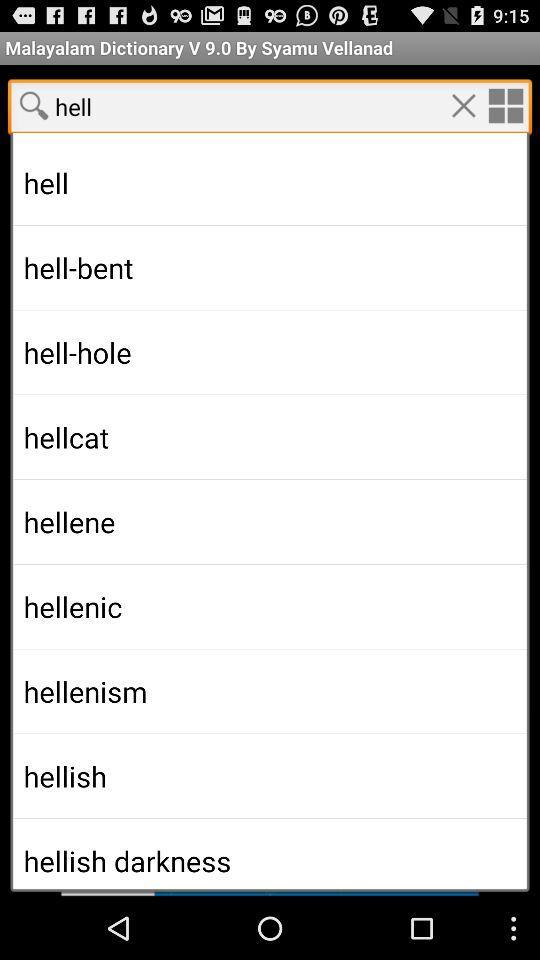  Describe the element at coordinates (33, 105) in the screenshot. I see `page share button` at that location.